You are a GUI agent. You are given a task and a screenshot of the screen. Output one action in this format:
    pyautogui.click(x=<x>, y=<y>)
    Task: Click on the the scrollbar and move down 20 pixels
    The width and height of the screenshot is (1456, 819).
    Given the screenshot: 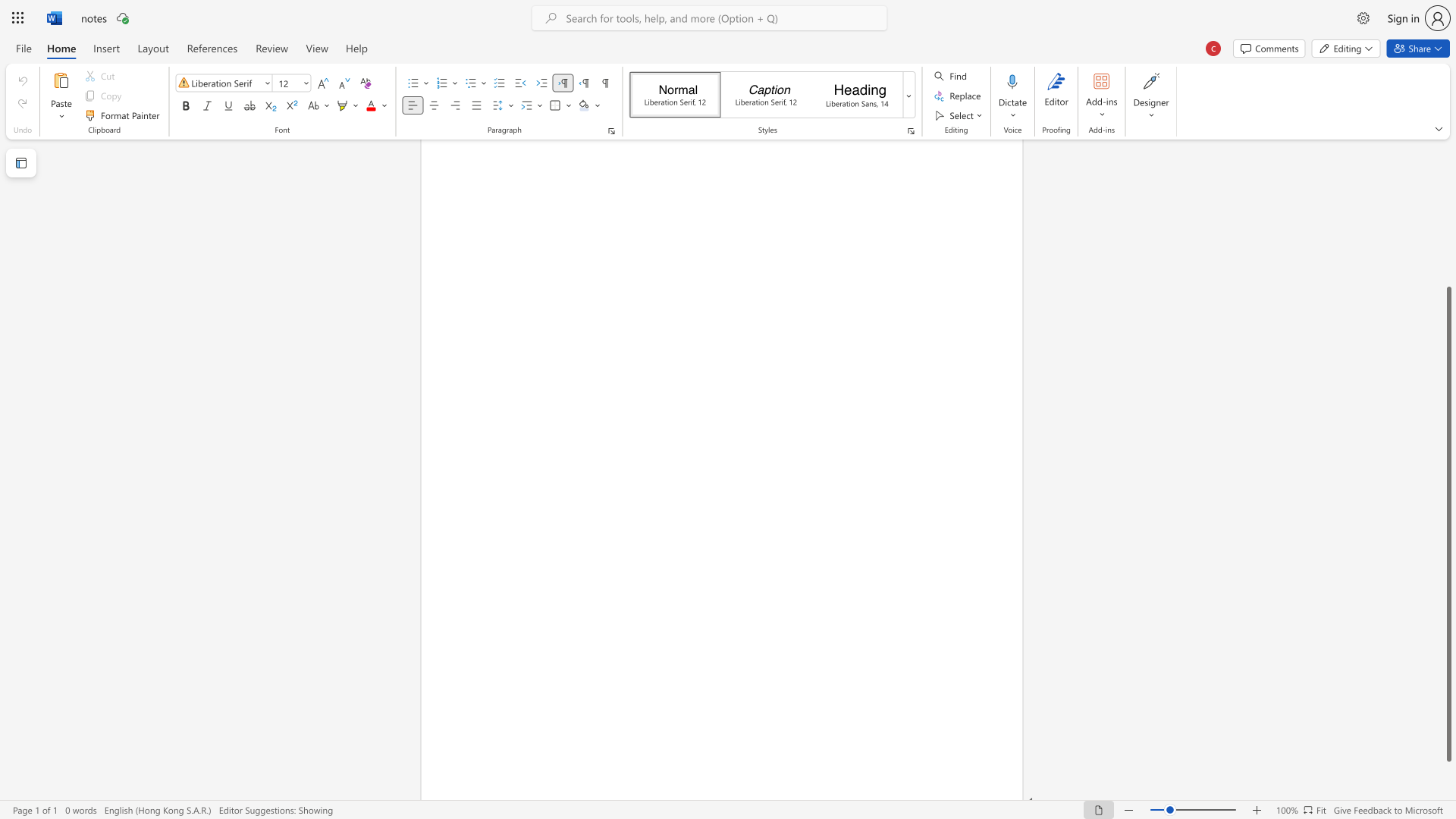 What is the action you would take?
    pyautogui.click(x=1448, y=523)
    